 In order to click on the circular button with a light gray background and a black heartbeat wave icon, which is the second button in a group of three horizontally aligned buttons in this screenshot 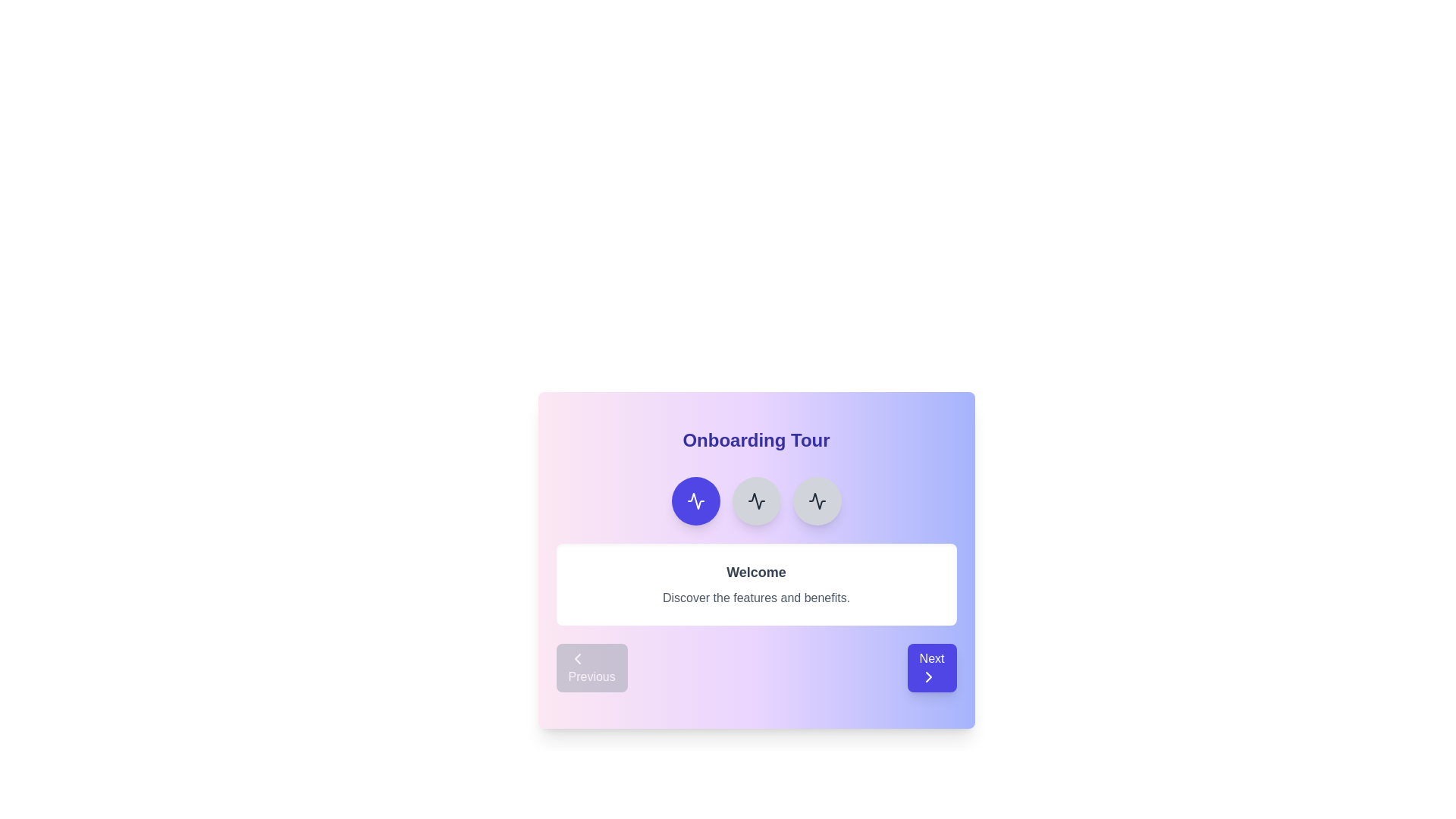, I will do `click(756, 500)`.